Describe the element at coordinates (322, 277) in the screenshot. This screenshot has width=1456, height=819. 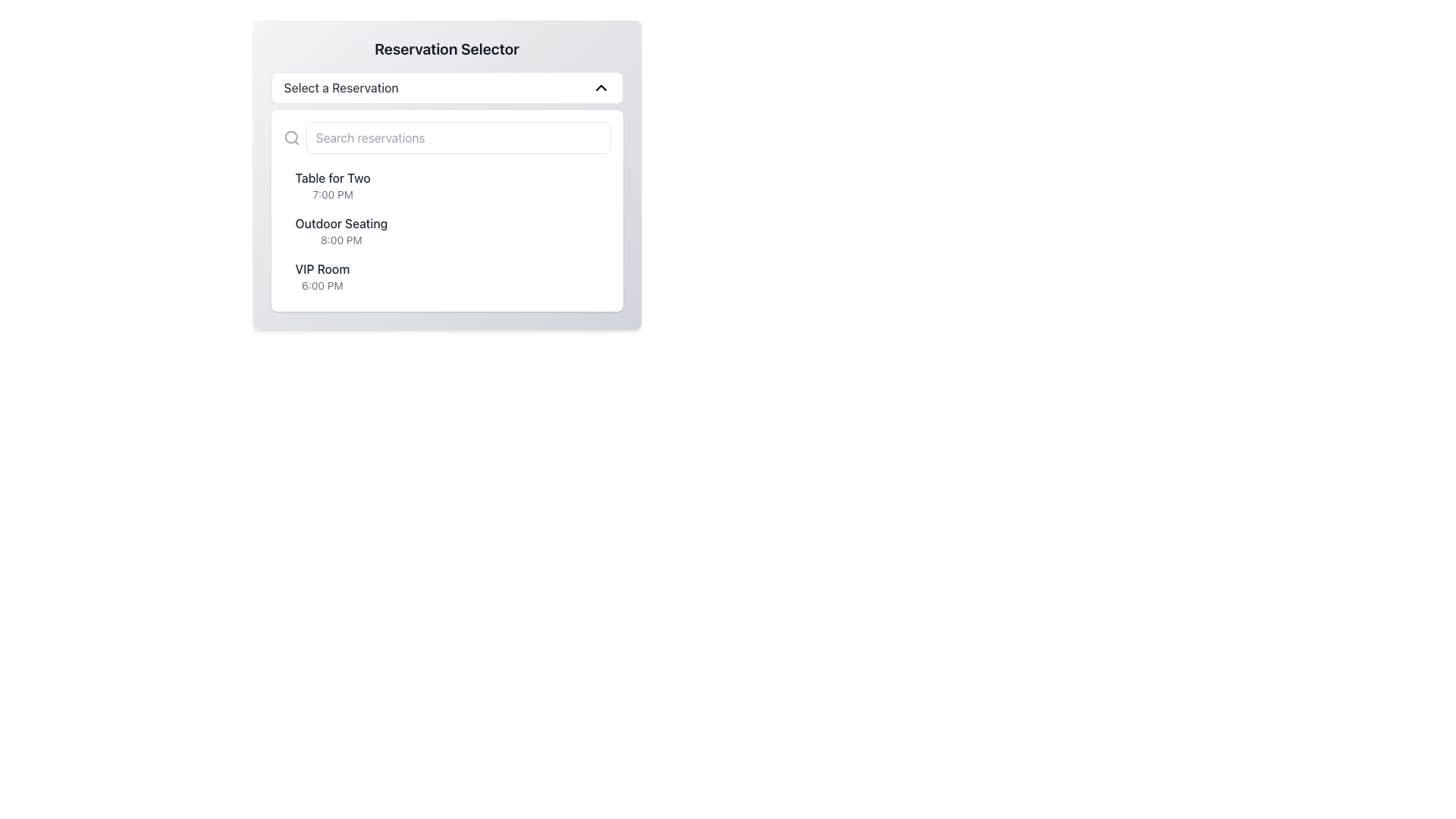
I see `the third list item labeled 'VIP Room'` at that location.